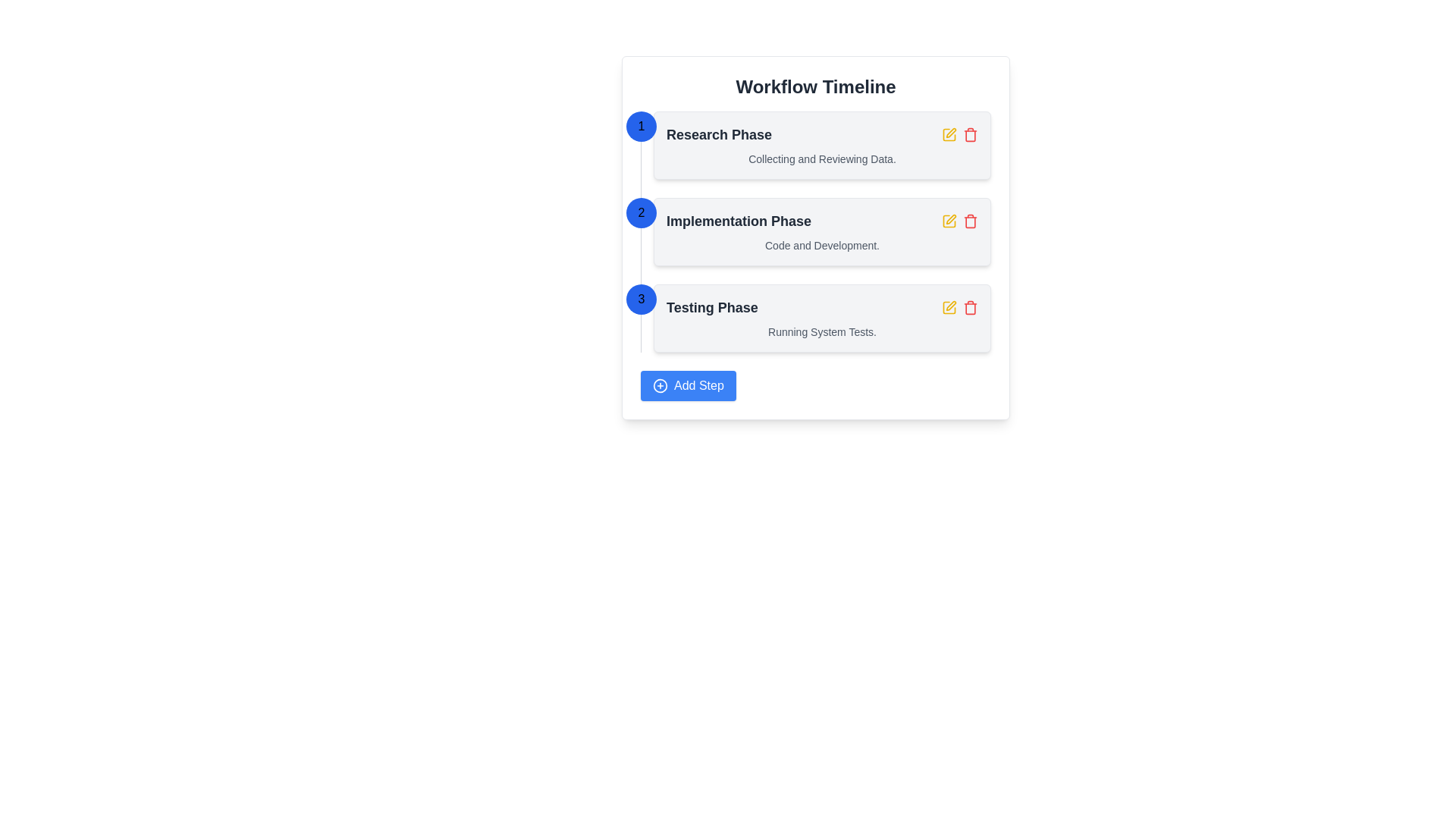 This screenshot has height=819, width=1456. Describe the element at coordinates (821, 158) in the screenshot. I see `the text label displaying 'Collecting and Reviewing Data' located below the 'Research Phase' title in the workflow timeline` at that location.